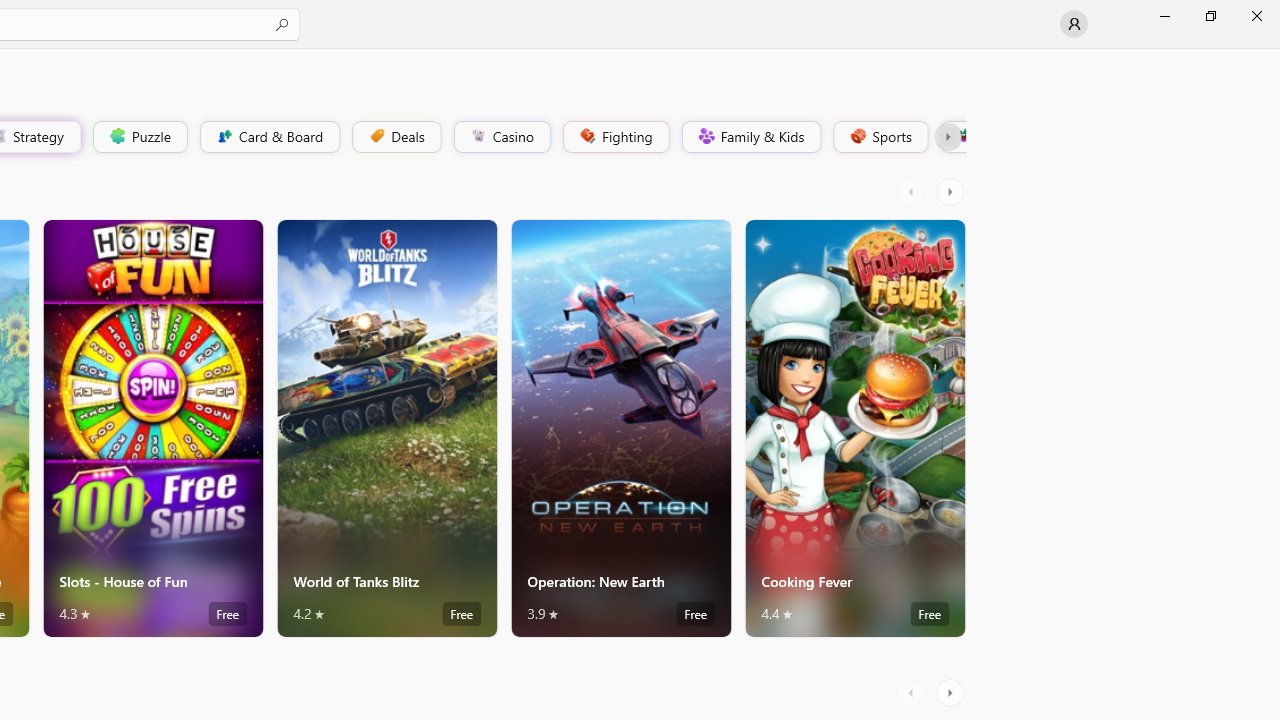 This screenshot has width=1280, height=720. What do you see at coordinates (912, 692) in the screenshot?
I see `'AutomationID: LeftScrollButton'` at bounding box center [912, 692].